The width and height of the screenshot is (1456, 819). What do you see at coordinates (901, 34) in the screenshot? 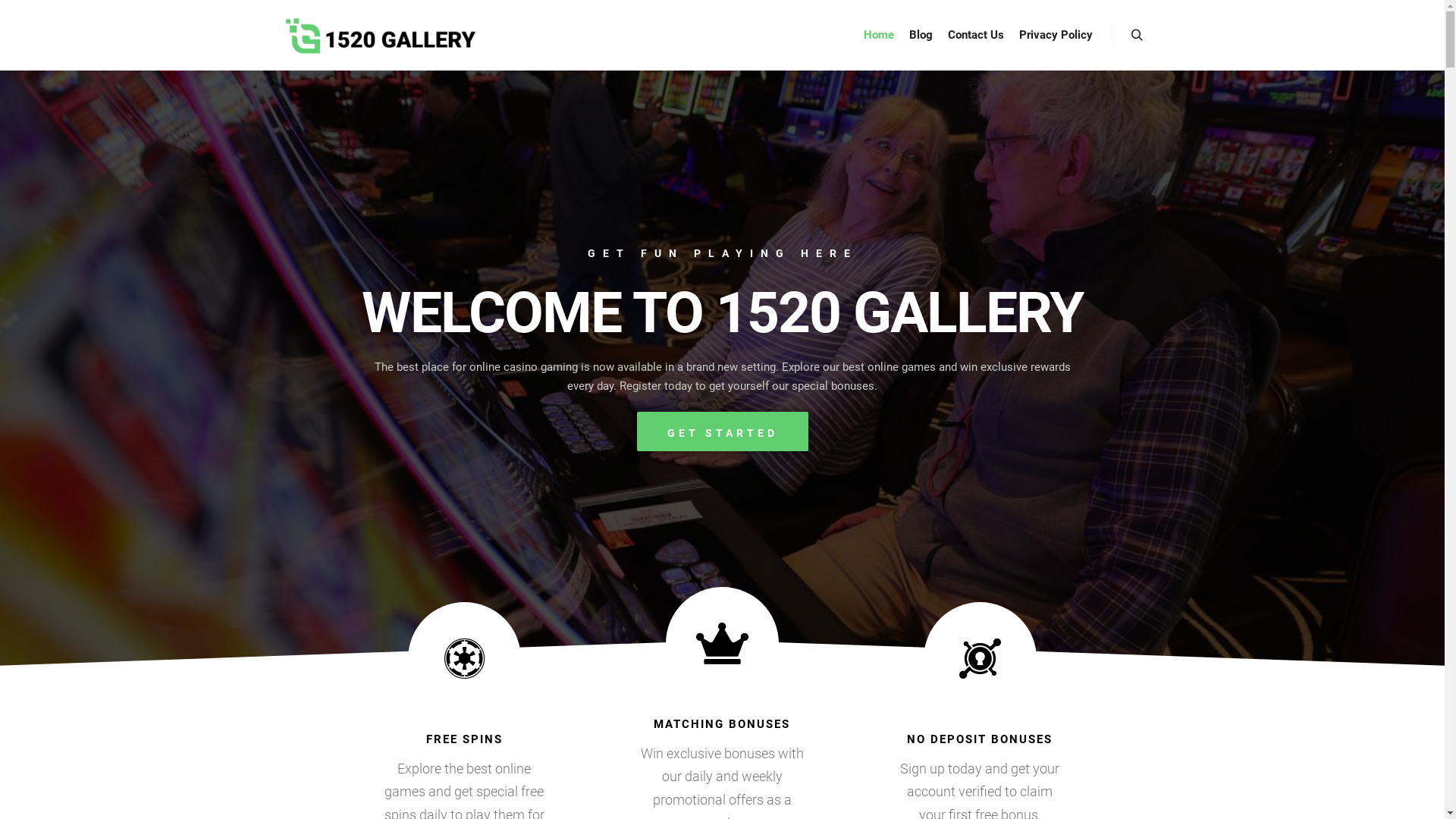
I see `'Blog'` at bounding box center [901, 34].